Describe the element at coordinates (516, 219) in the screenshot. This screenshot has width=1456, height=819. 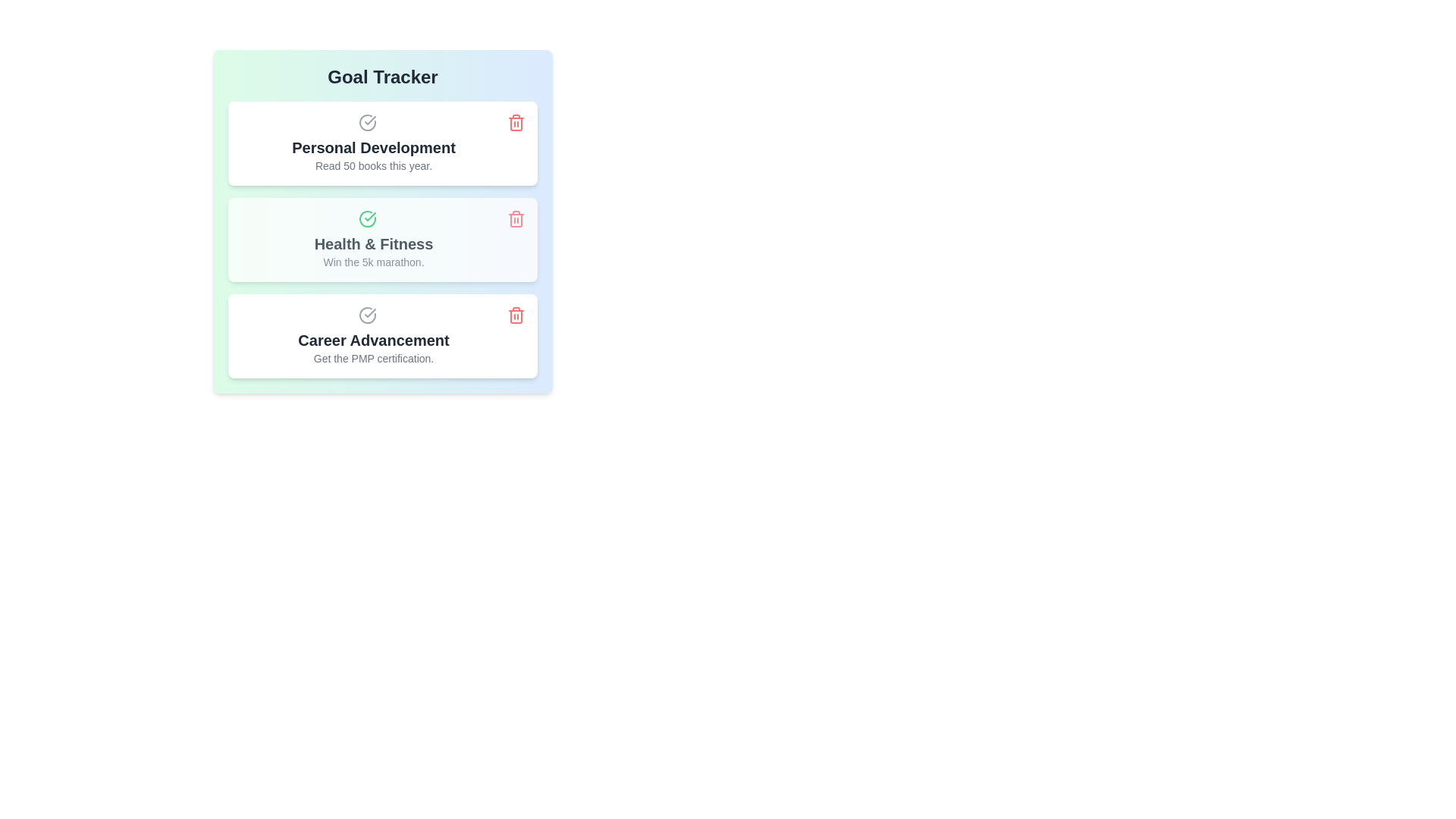
I see `the delete button for the goal titled 'Health & Fitness'` at that location.